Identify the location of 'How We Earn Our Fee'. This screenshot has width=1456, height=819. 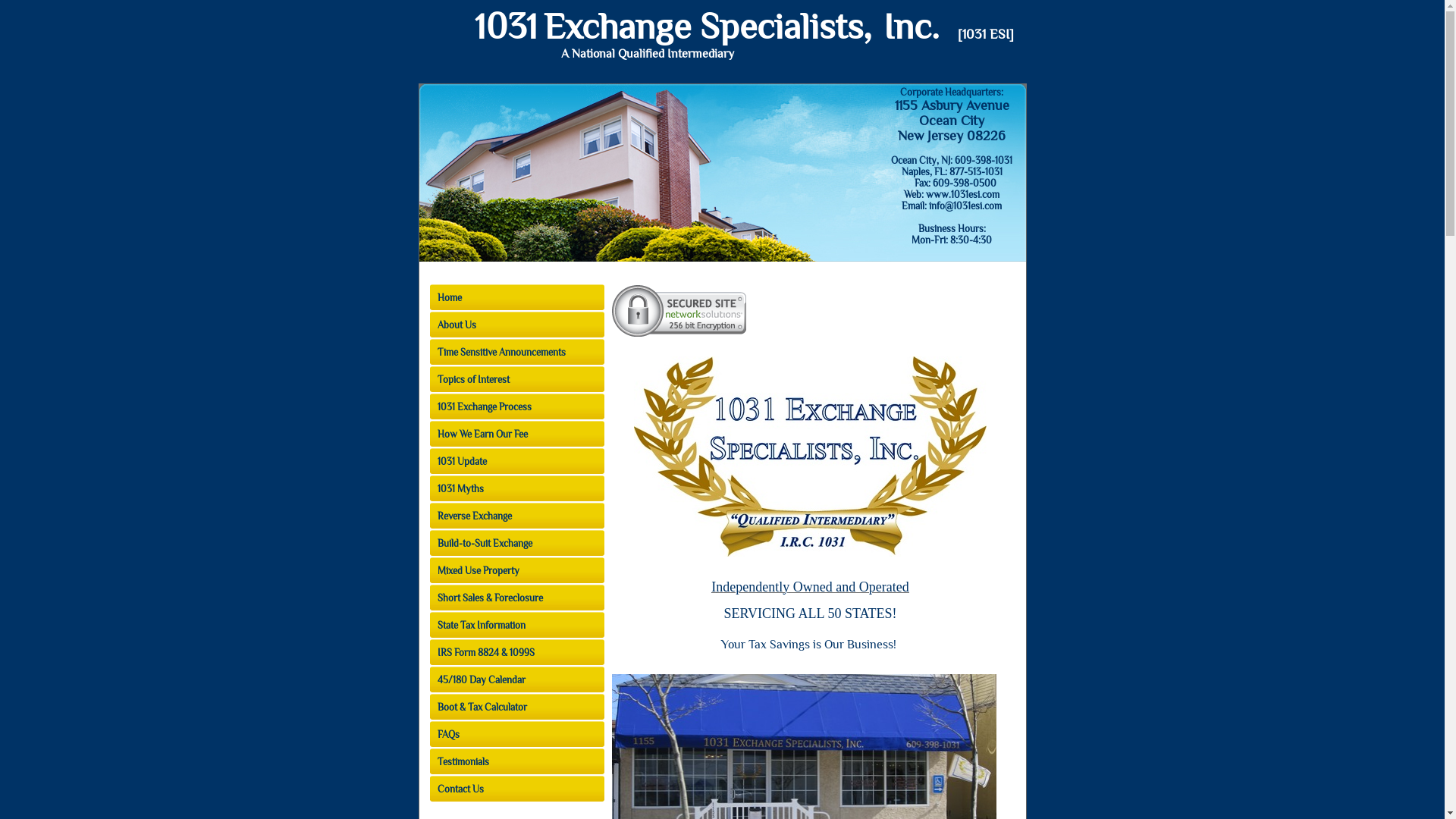
(516, 434).